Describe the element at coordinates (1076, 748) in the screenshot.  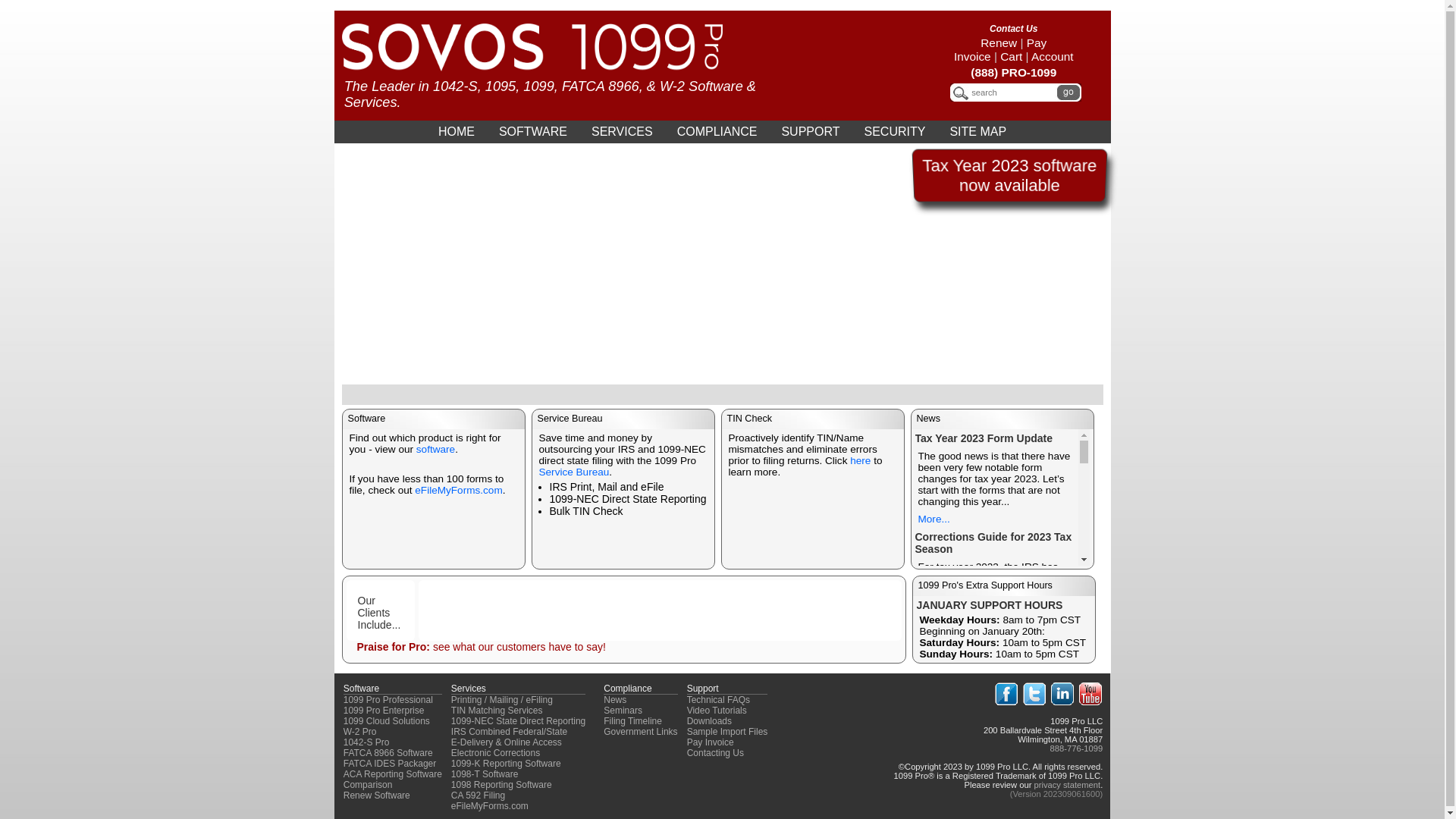
I see `'888-776-1099'` at that location.